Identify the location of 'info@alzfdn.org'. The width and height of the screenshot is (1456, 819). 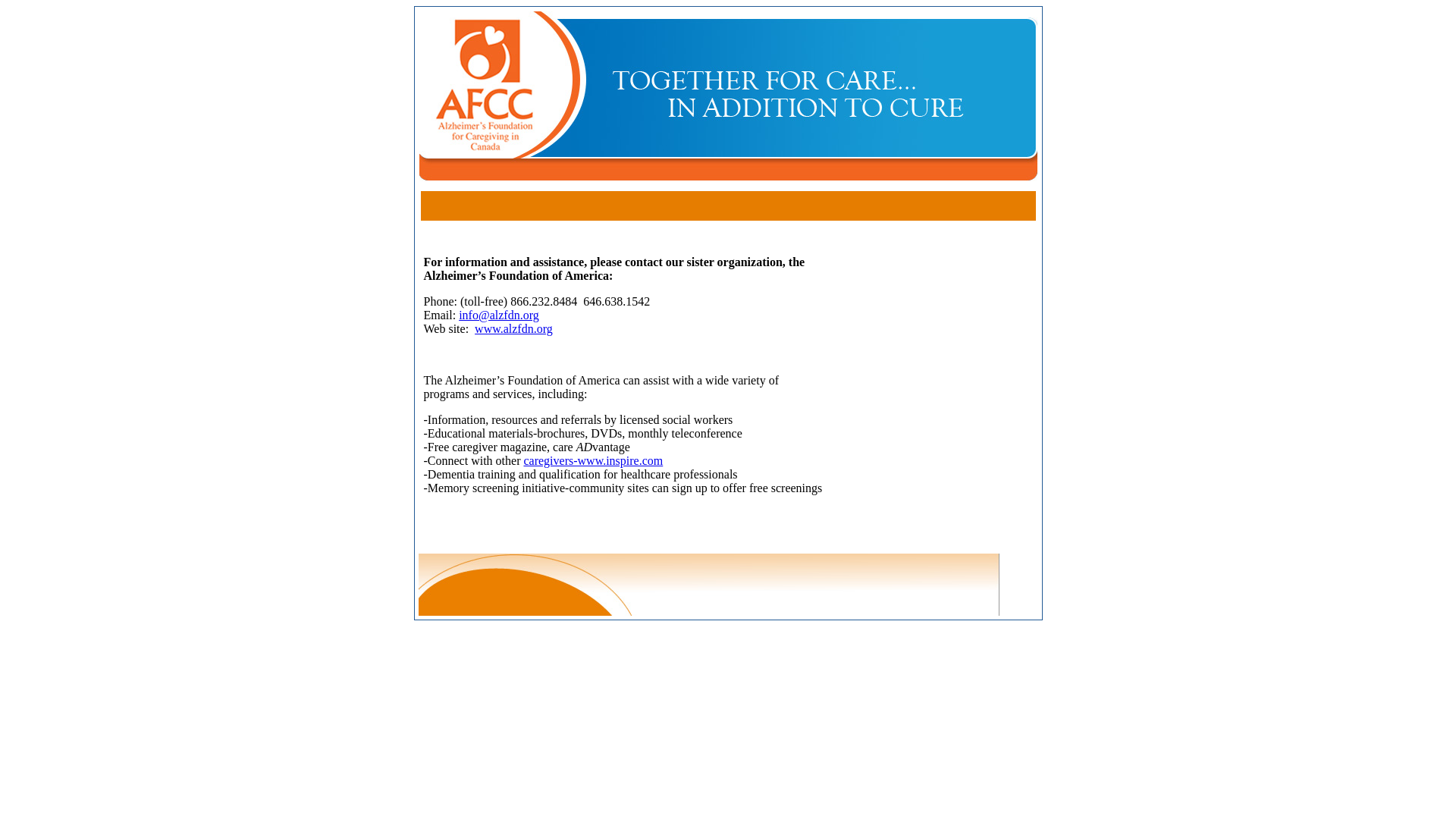
(498, 314).